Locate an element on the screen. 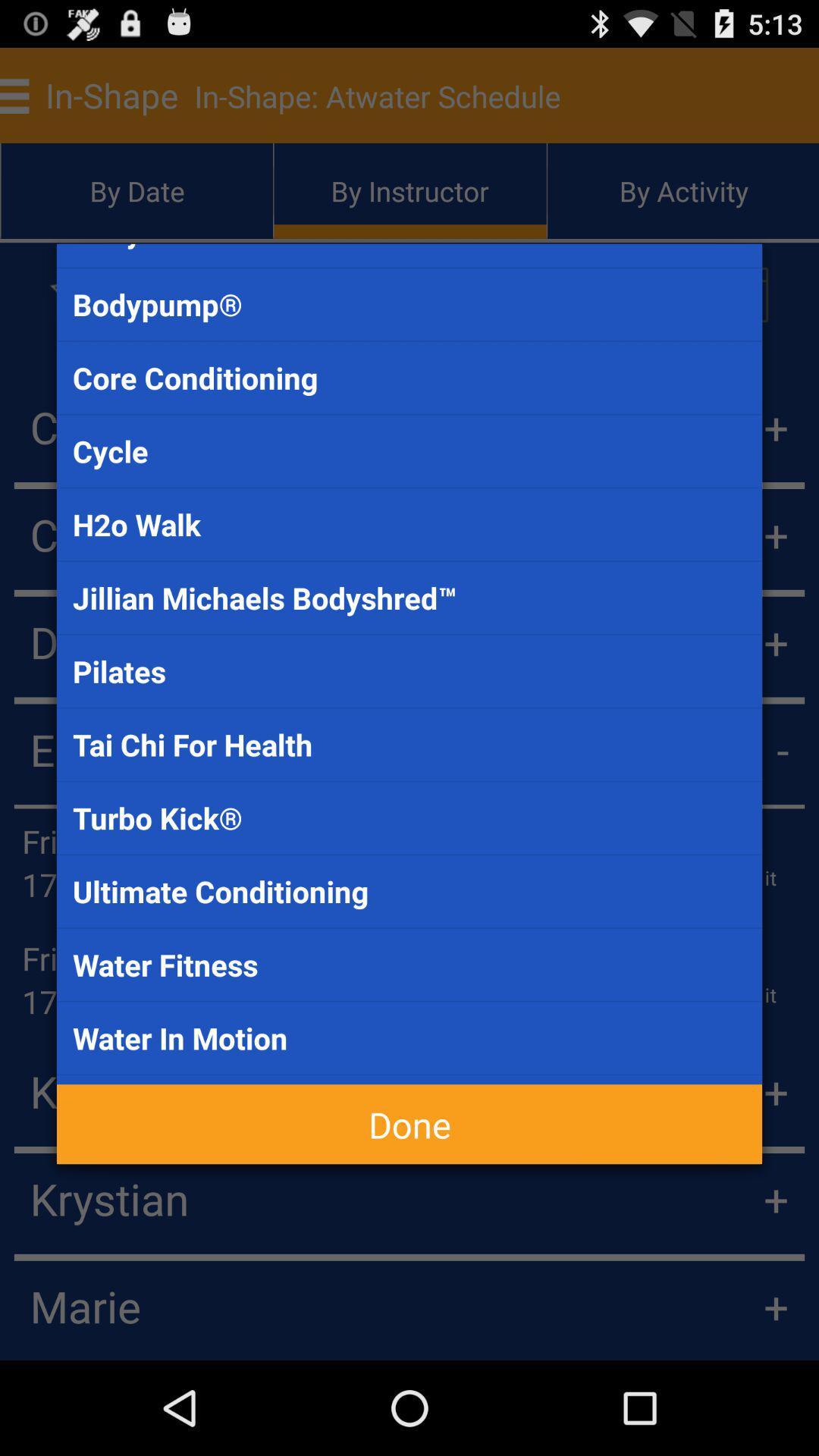 The image size is (819, 1456). the app above the yoga icon is located at coordinates (409, 1037).